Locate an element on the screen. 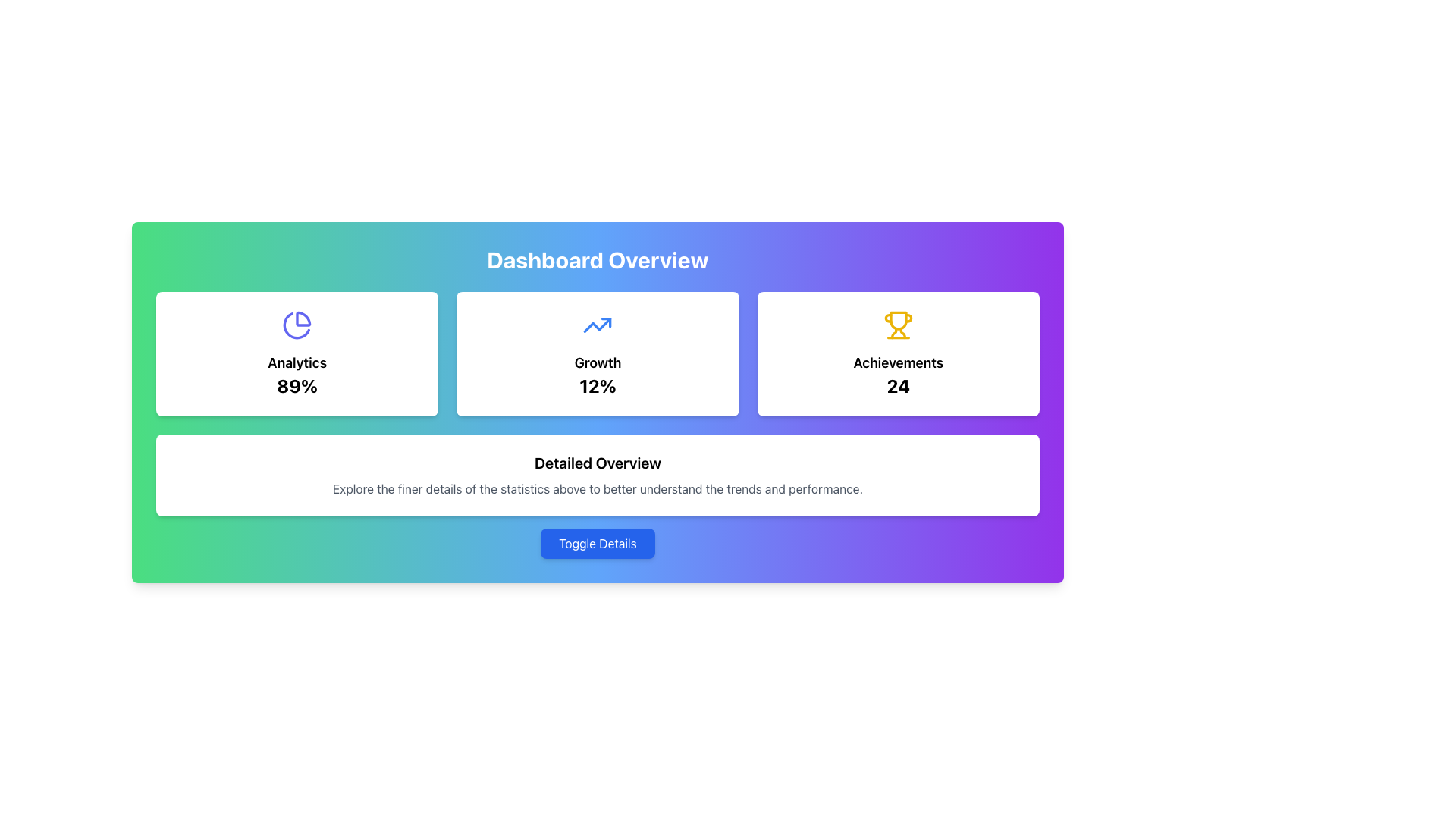 This screenshot has height=819, width=1456. the growth icon located in the second card of a horizontal row, which displays 'Growth' and '12%' below it is located at coordinates (597, 324).